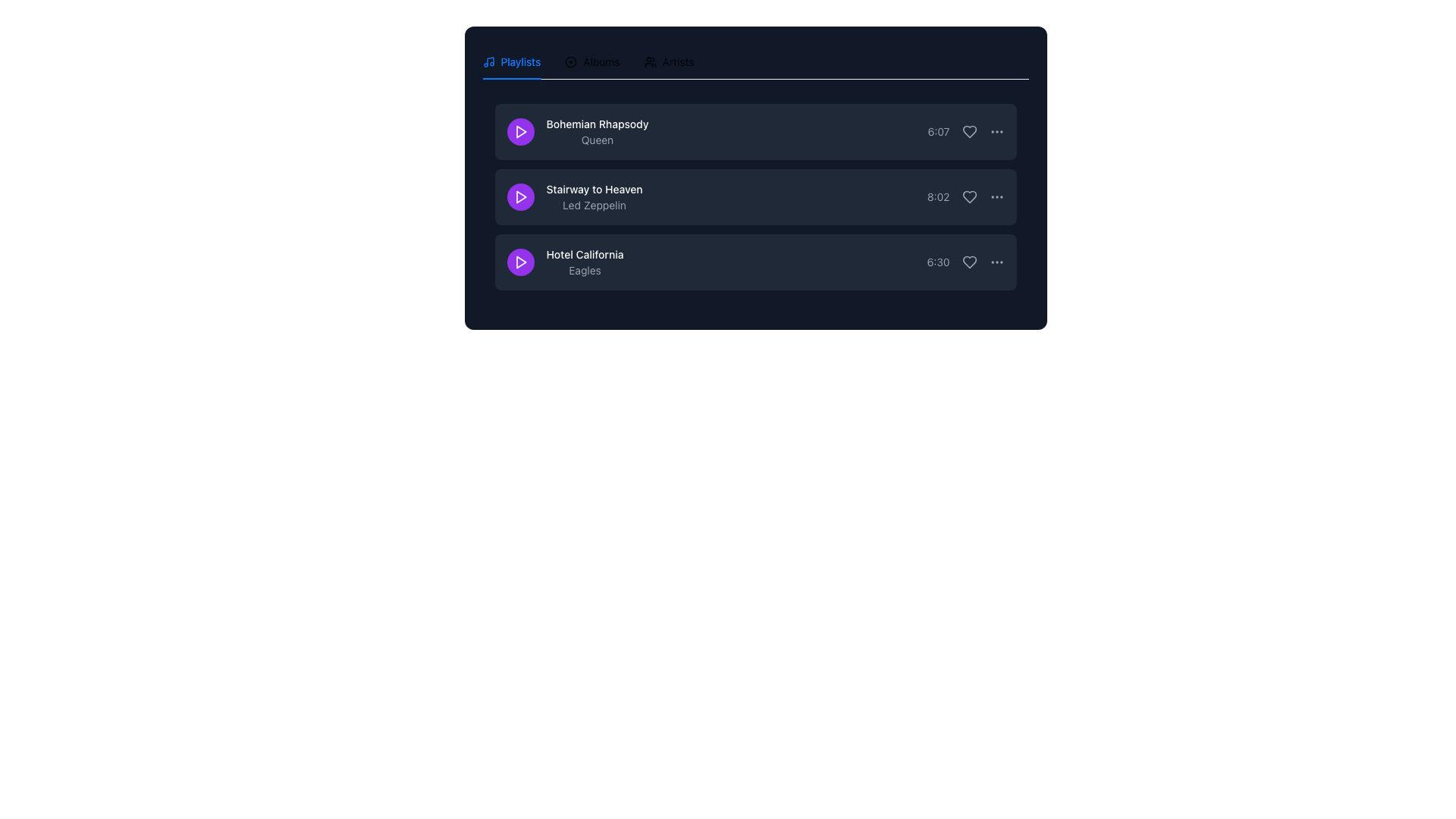 The image size is (1456, 819). What do you see at coordinates (996, 262) in the screenshot?
I see `the ellipsis icon` at bounding box center [996, 262].